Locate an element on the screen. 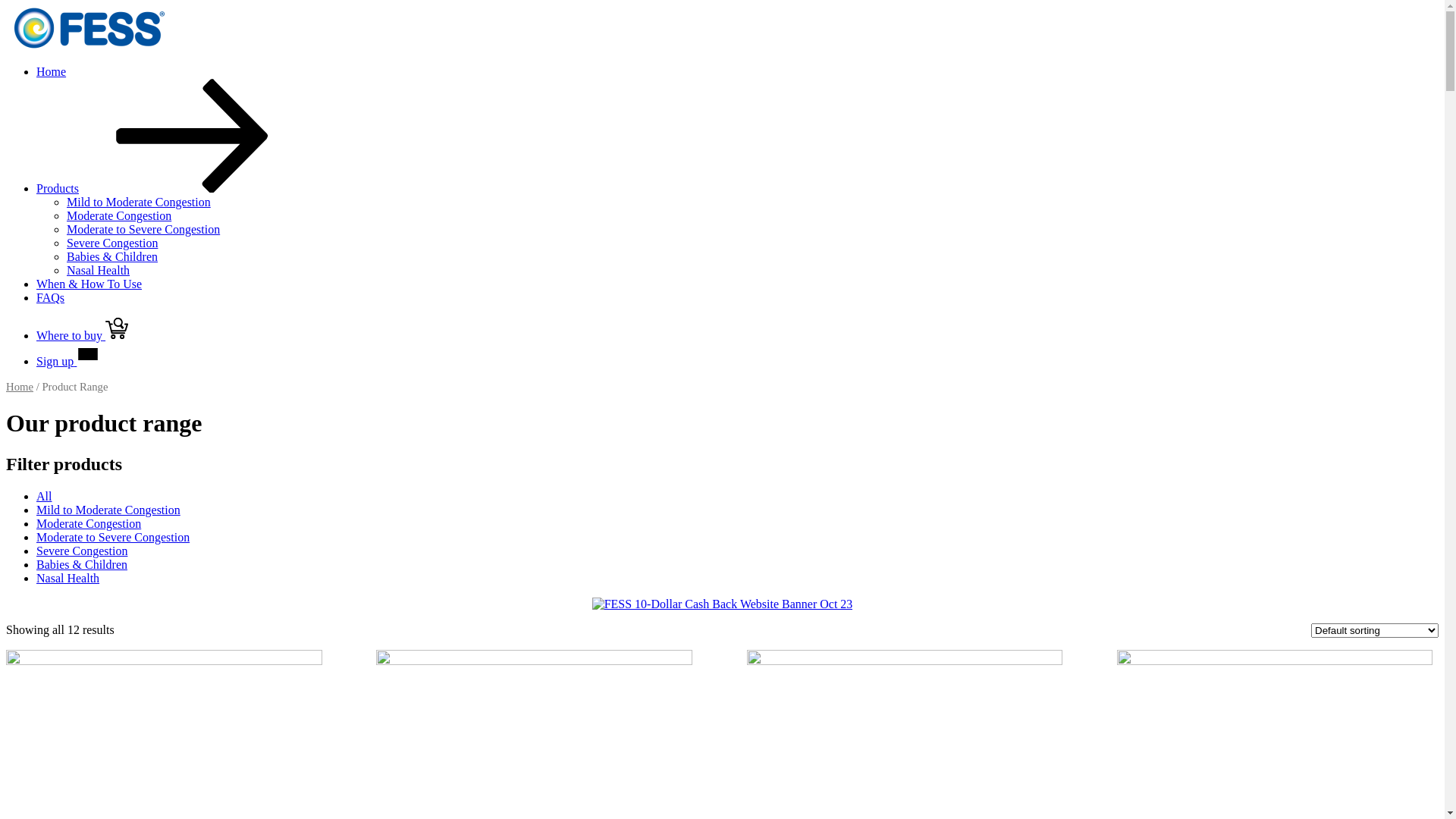  'Products' is located at coordinates (171, 187).